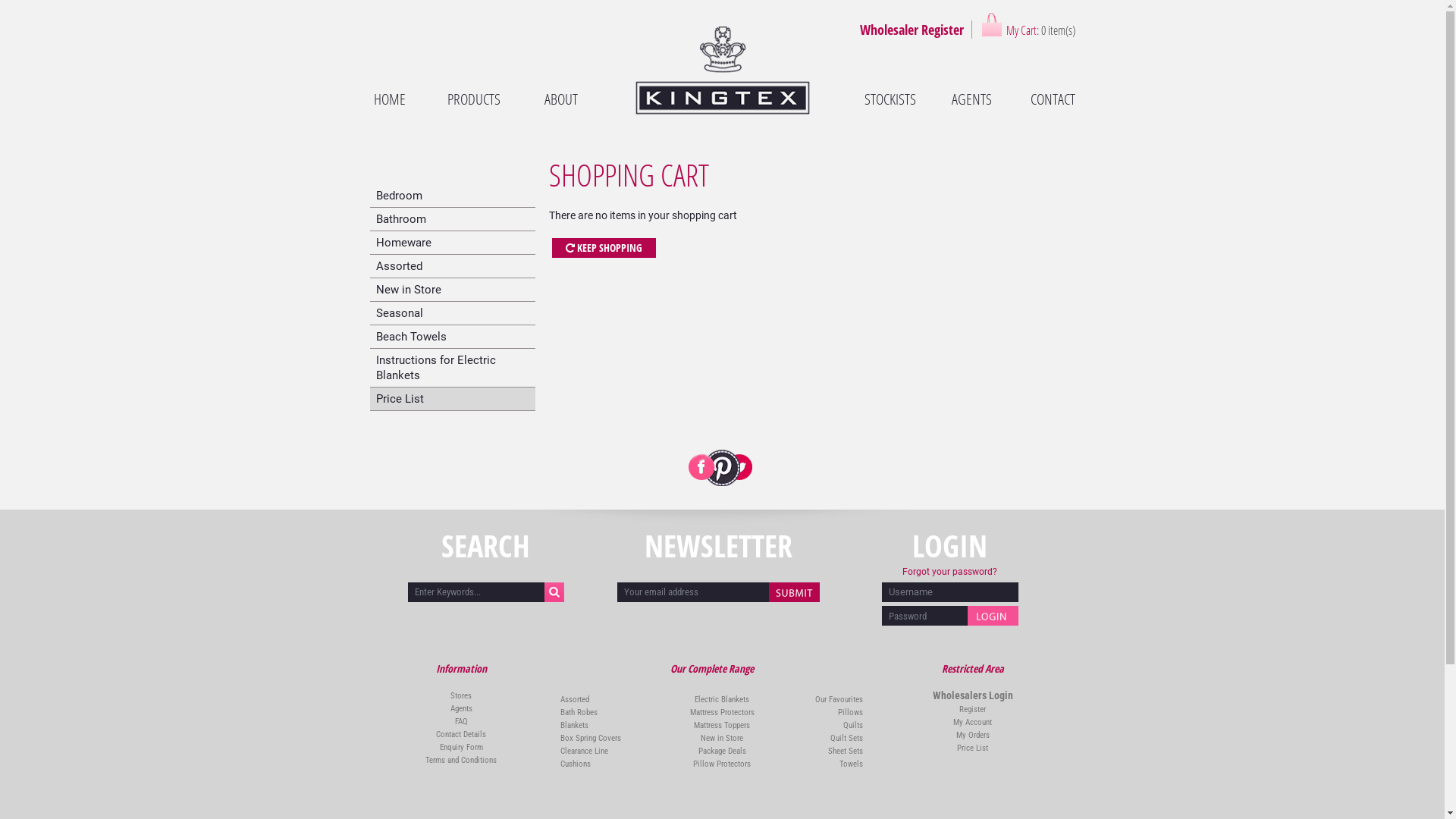 This screenshot has height=819, width=1456. What do you see at coordinates (425, 760) in the screenshot?
I see `'Terms and Conditions'` at bounding box center [425, 760].